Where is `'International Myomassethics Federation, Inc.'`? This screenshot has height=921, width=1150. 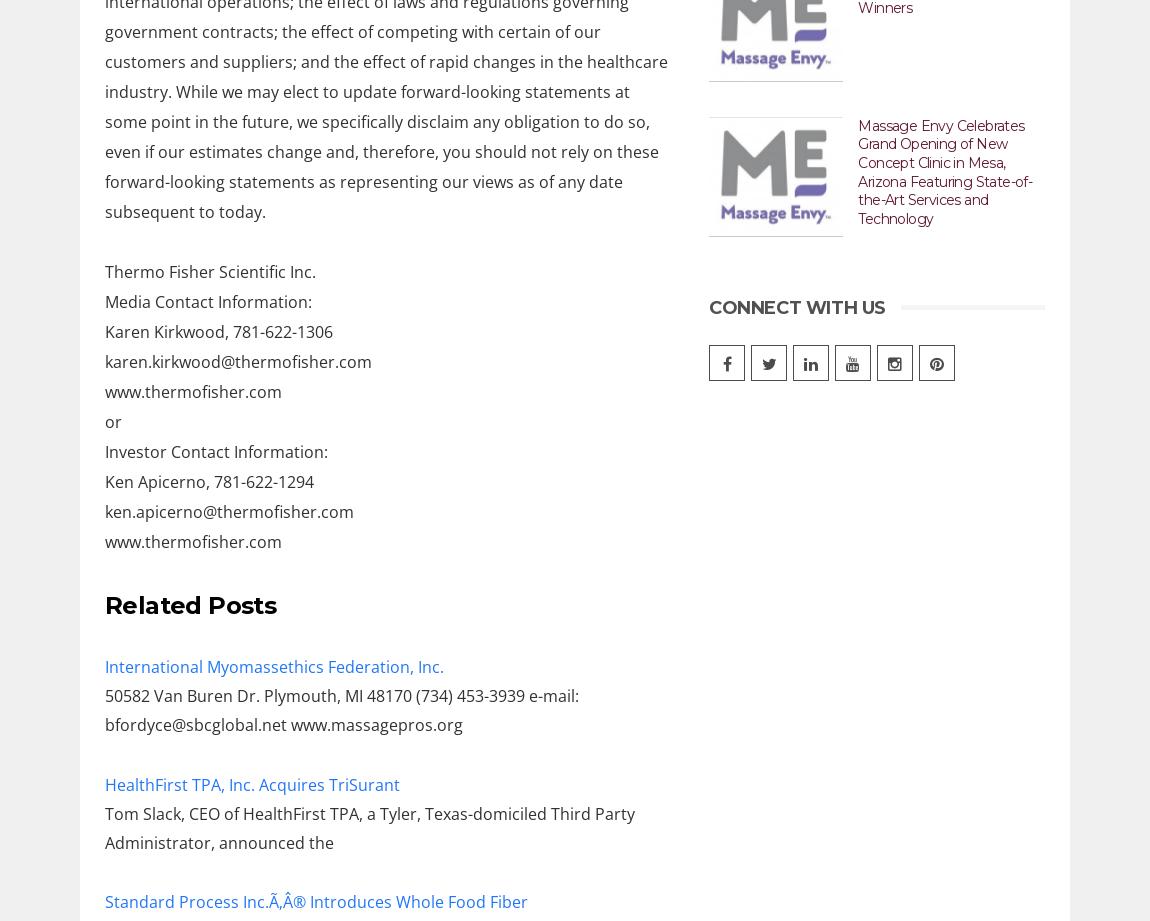 'International Myomassethics Federation, Inc.' is located at coordinates (273, 666).